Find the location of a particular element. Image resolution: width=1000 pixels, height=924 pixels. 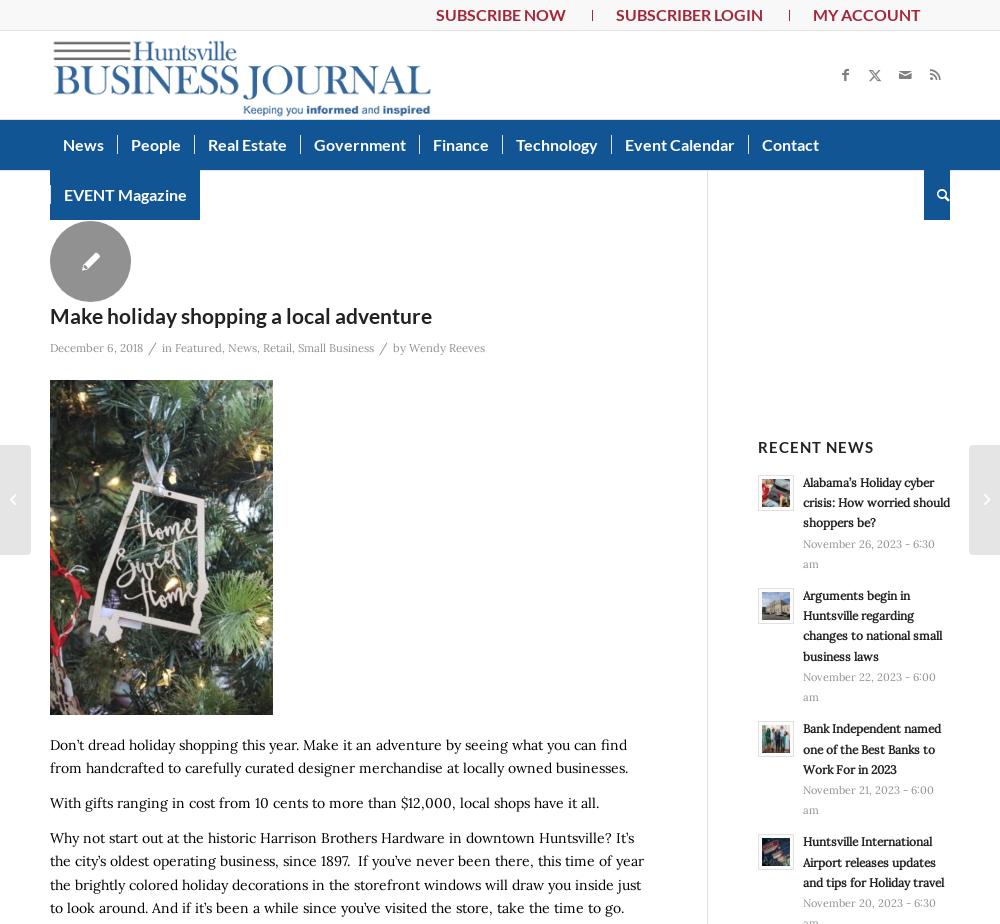

'Career' is located at coordinates (156, 186).